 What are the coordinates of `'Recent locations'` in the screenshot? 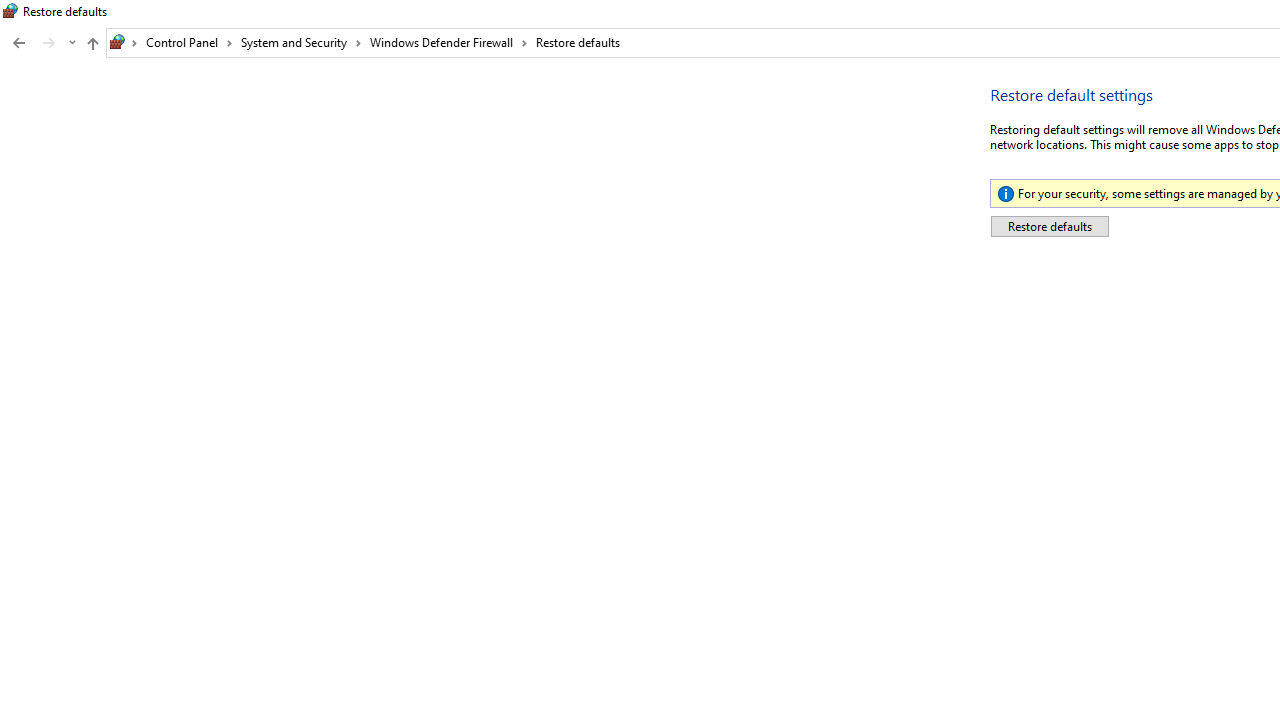 It's located at (71, 43).